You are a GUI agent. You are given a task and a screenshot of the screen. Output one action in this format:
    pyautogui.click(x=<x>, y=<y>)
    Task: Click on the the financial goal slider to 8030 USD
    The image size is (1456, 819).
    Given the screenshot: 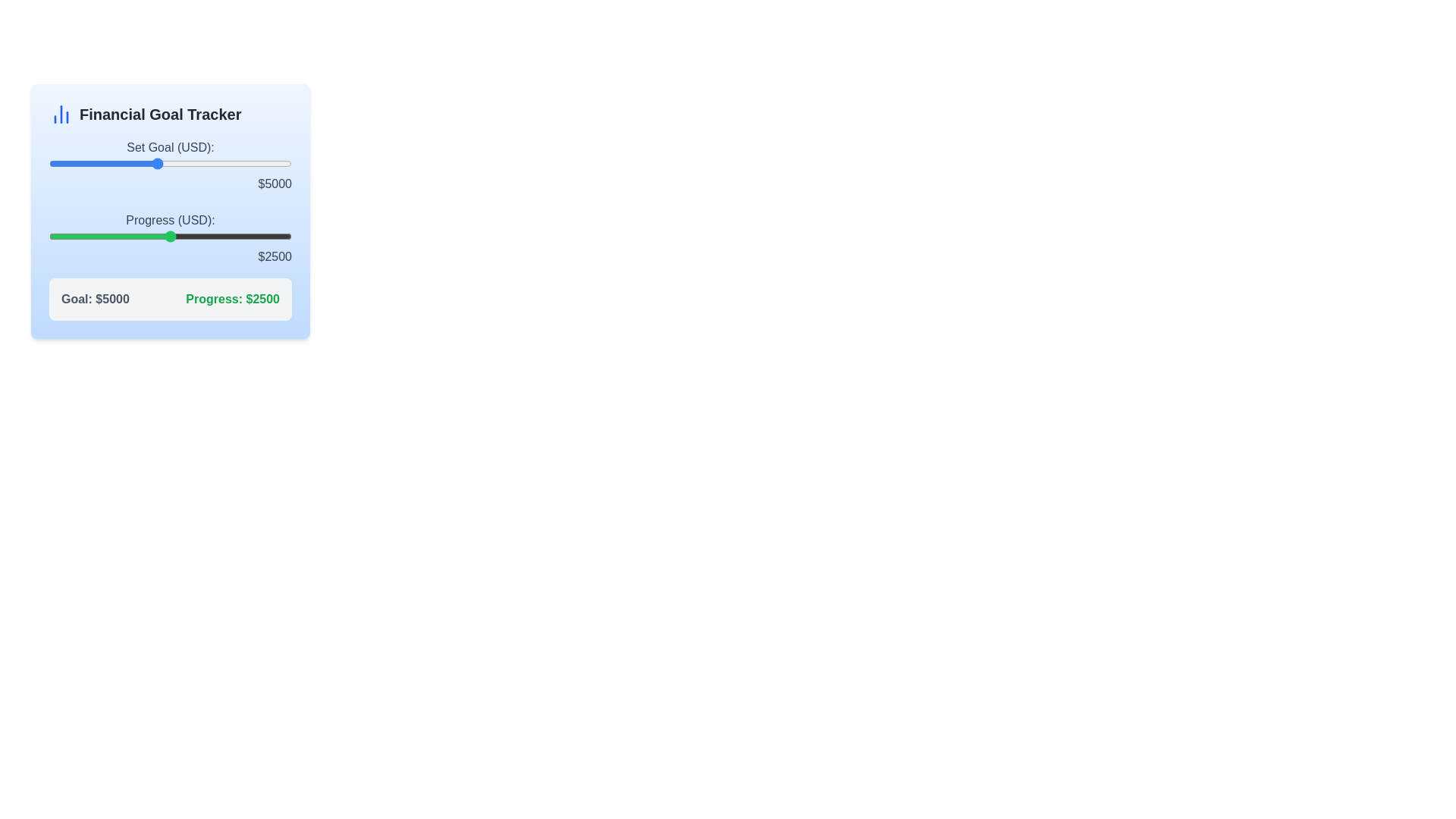 What is the action you would take?
    pyautogui.click(x=237, y=164)
    